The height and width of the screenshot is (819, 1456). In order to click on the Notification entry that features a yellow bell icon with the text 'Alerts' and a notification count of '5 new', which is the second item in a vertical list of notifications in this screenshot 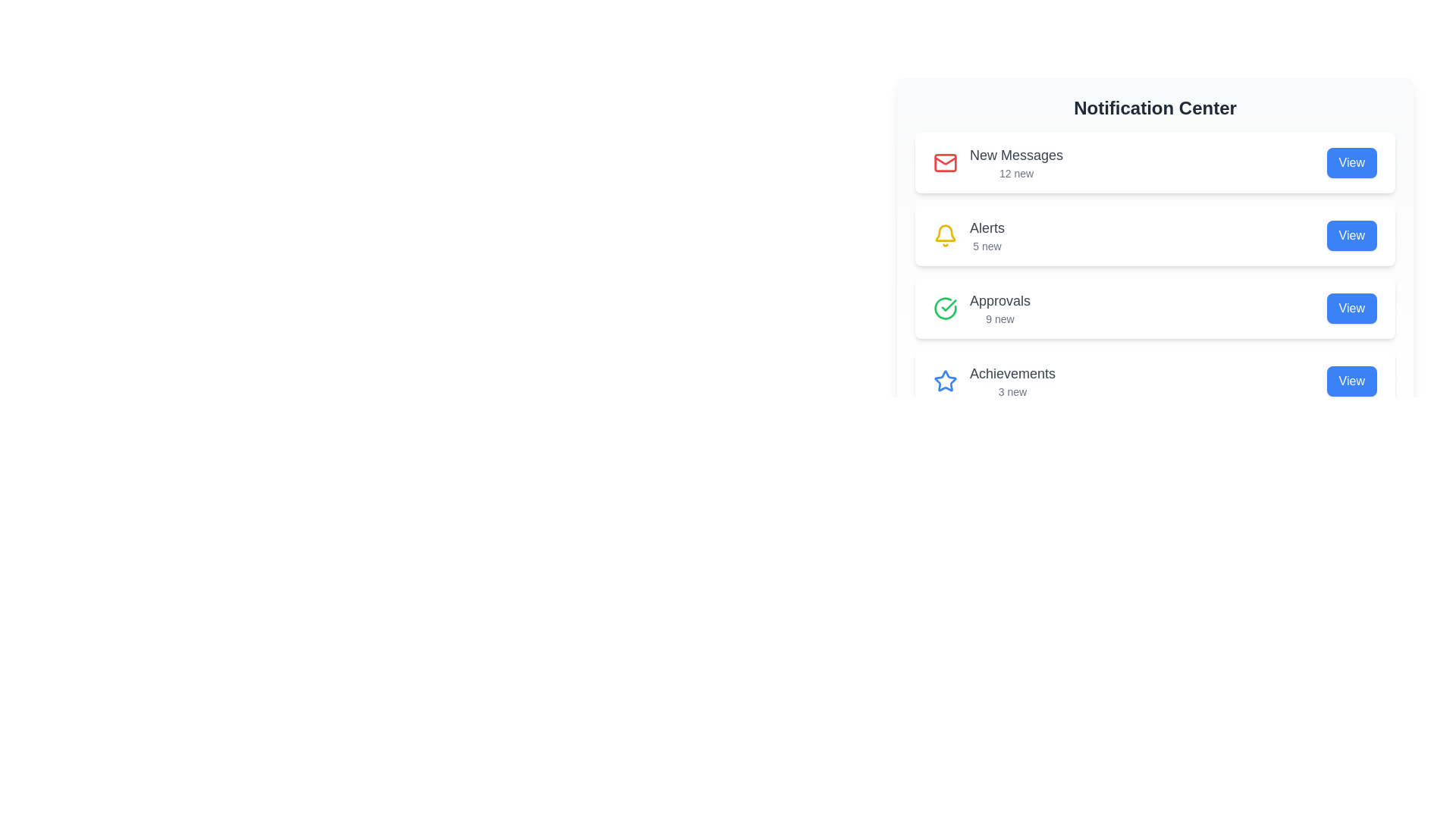, I will do `click(968, 236)`.